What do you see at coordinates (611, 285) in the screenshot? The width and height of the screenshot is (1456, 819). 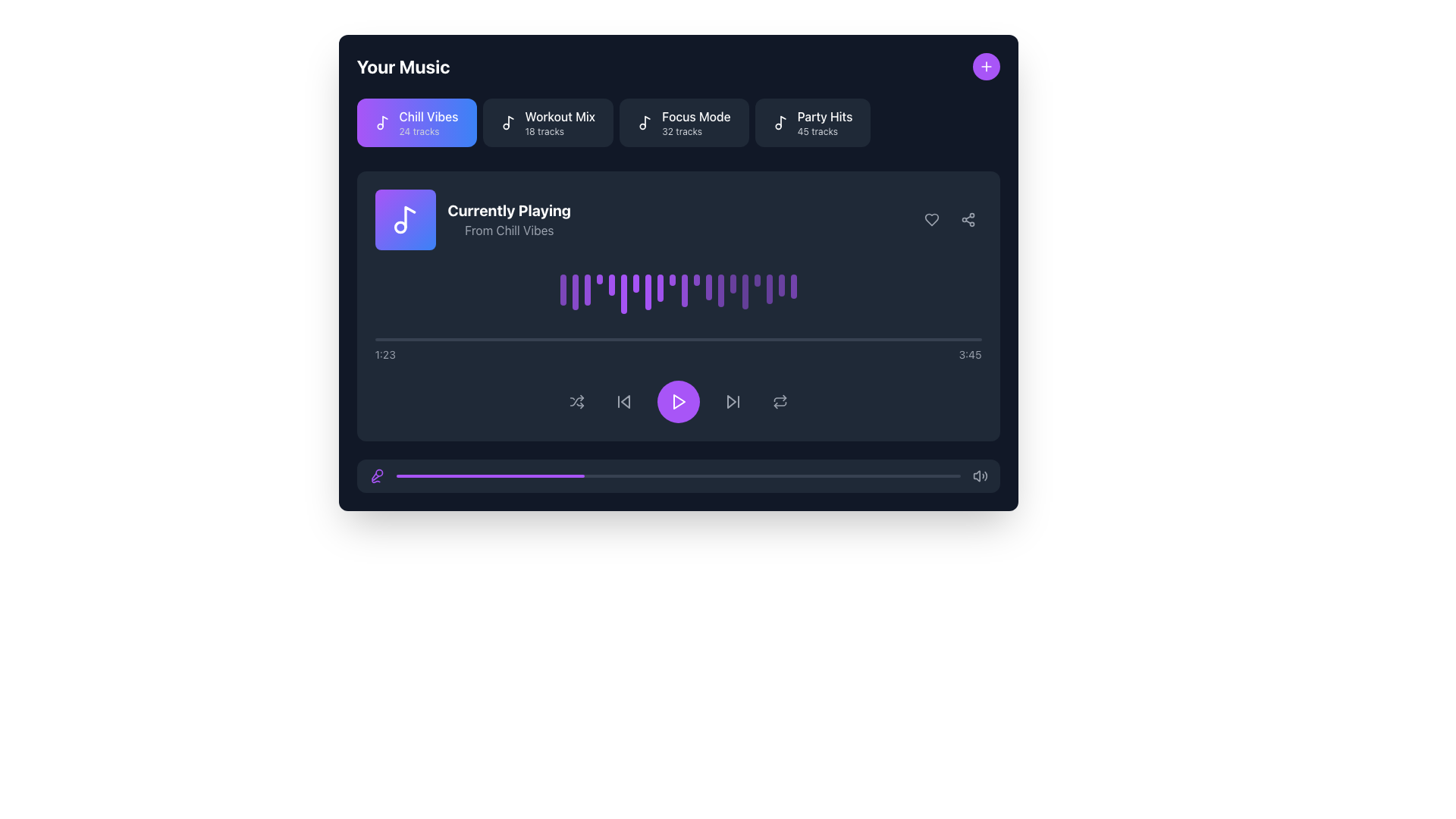 I see `the 5th bar of the waveform visualization in the 'Currently Playing' section of the music player interface` at bounding box center [611, 285].